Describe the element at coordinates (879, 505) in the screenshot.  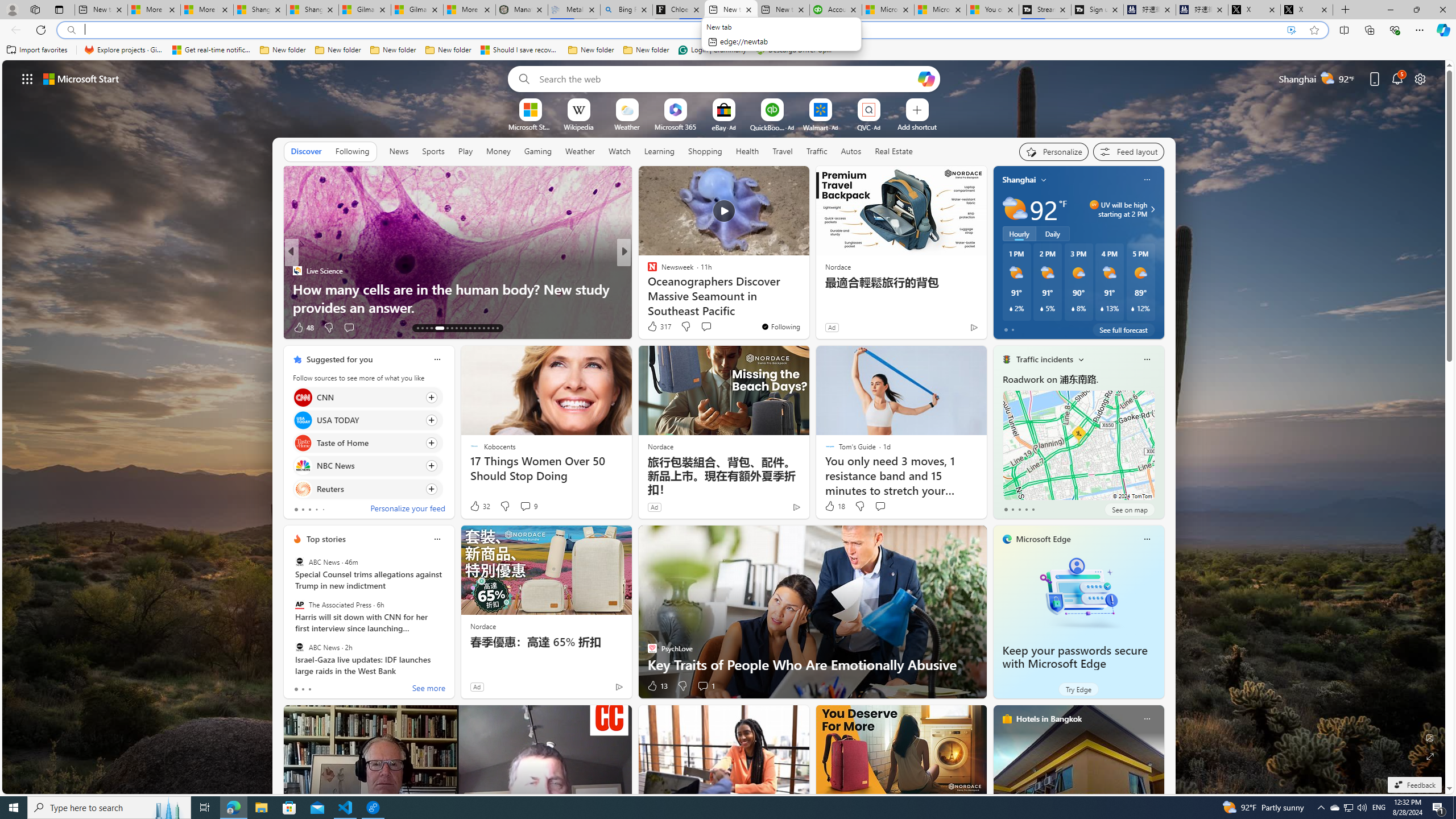
I see `'Start the conversation'` at that location.